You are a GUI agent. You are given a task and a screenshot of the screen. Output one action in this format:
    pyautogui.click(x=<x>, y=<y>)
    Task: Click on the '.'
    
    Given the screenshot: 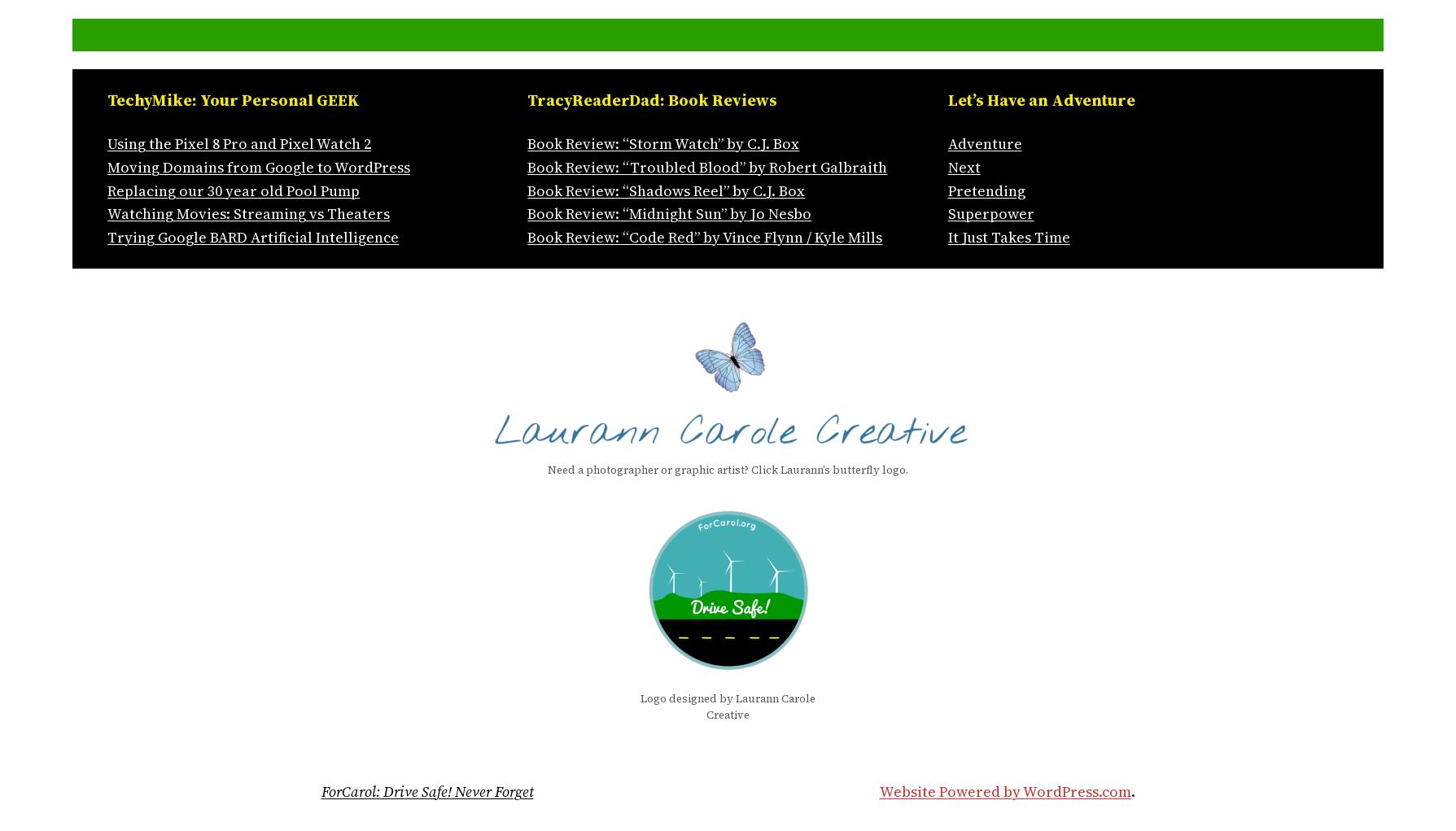 What is the action you would take?
    pyautogui.click(x=1132, y=790)
    